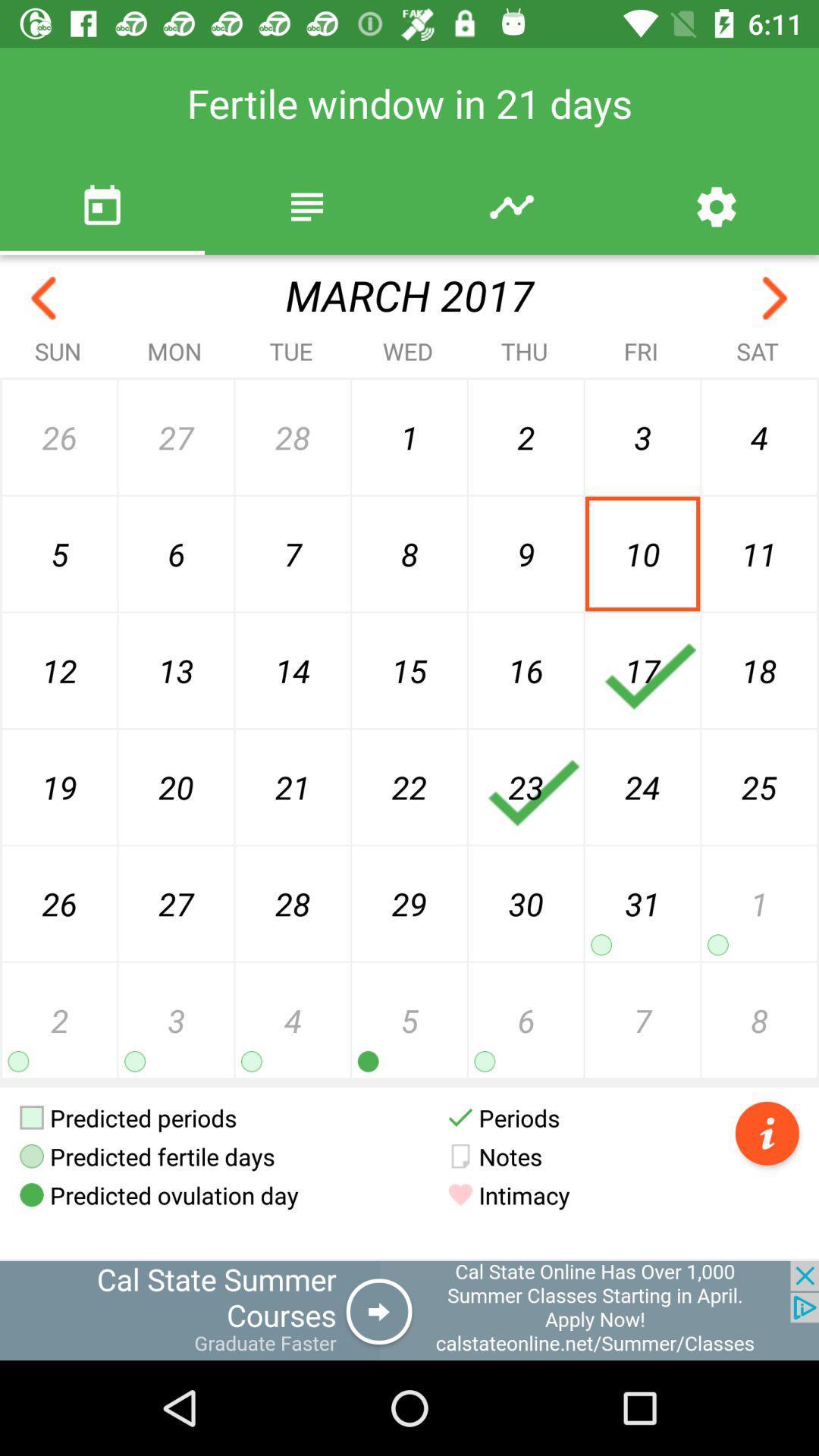 This screenshot has width=819, height=1456. Describe the element at coordinates (775, 298) in the screenshot. I see `next month` at that location.